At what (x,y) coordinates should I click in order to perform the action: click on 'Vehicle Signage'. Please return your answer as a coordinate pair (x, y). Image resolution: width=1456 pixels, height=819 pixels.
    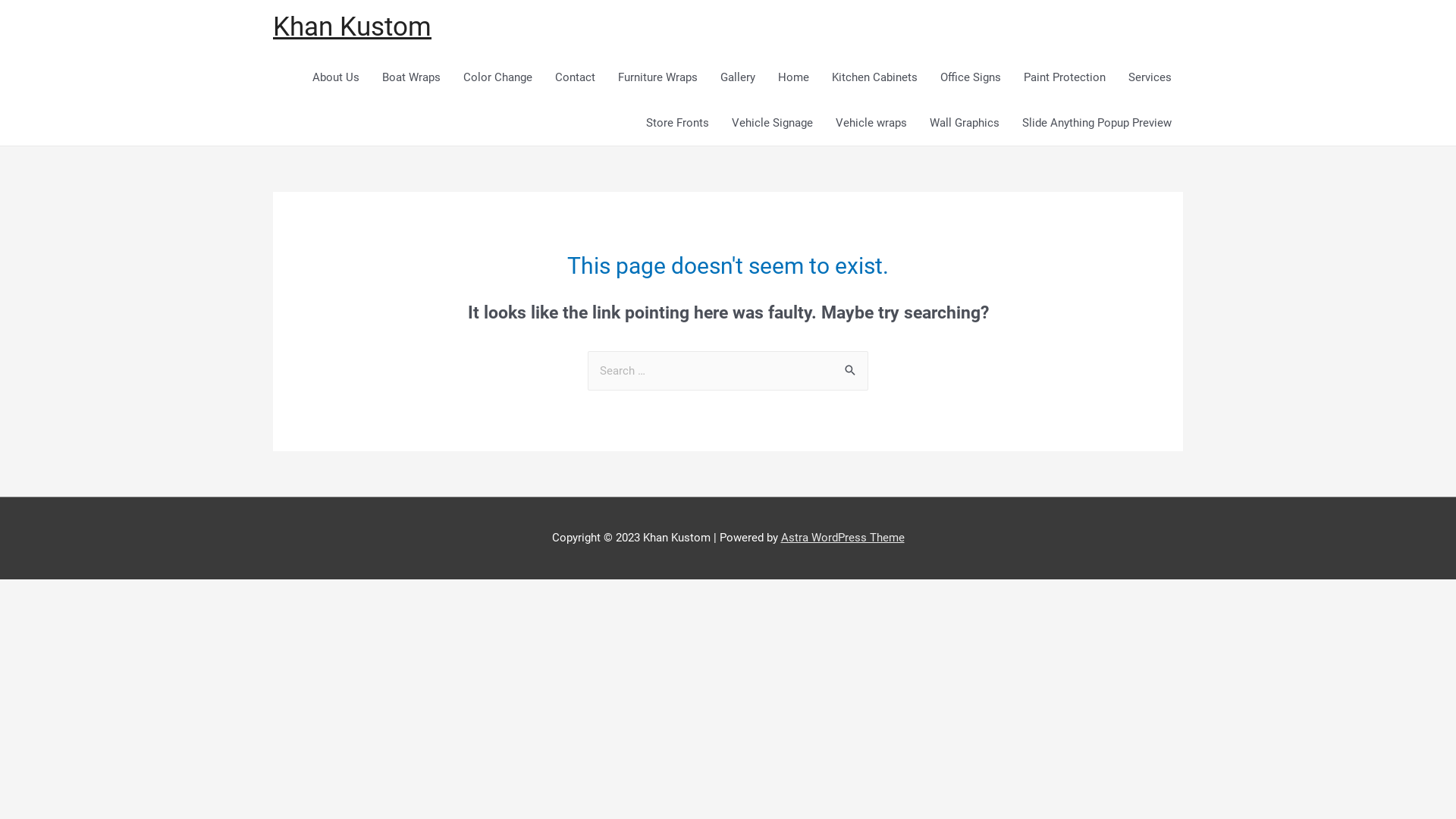
    Looking at the image, I should click on (772, 122).